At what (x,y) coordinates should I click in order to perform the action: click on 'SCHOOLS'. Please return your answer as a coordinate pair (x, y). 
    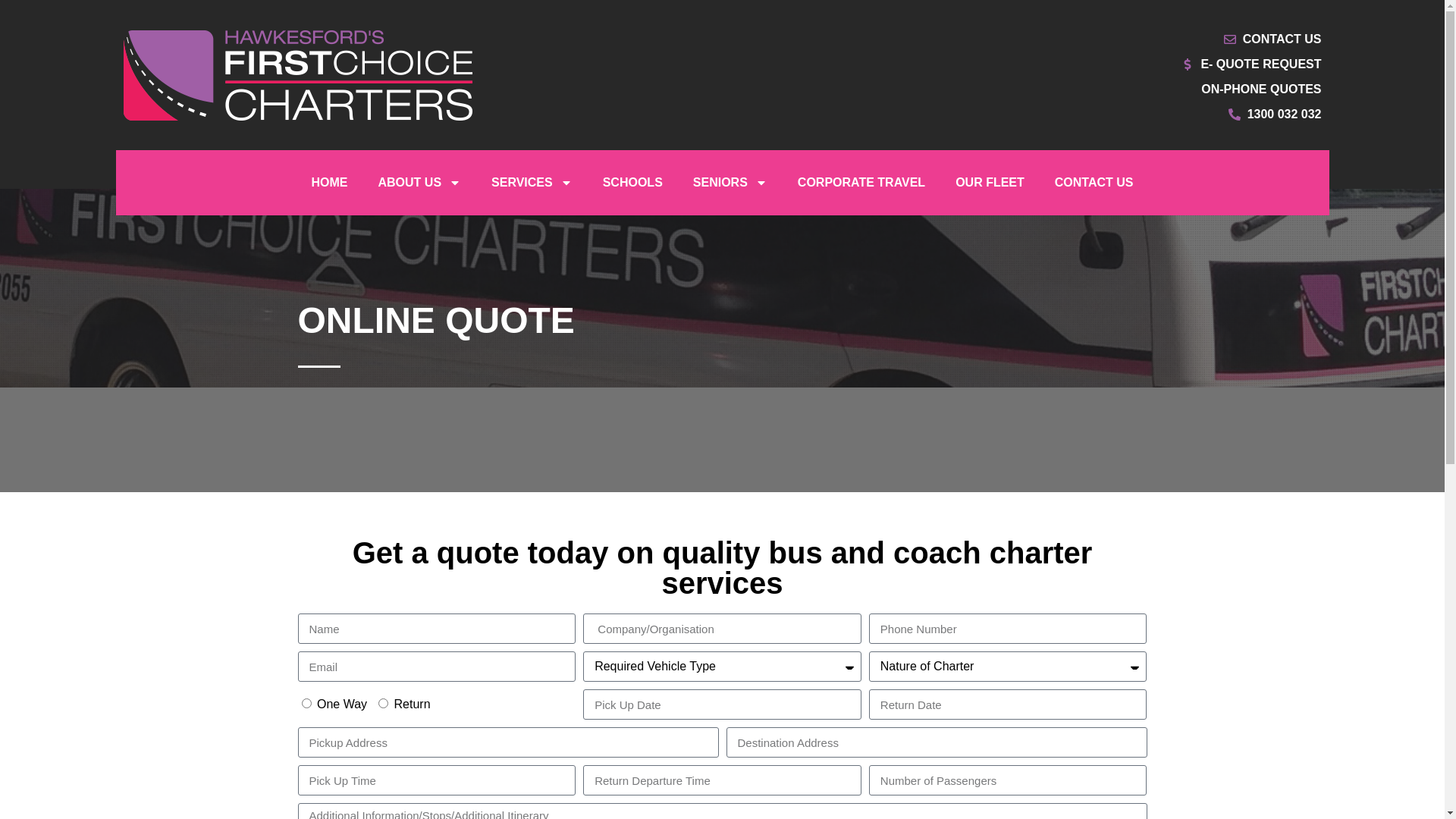
    Looking at the image, I should click on (632, 181).